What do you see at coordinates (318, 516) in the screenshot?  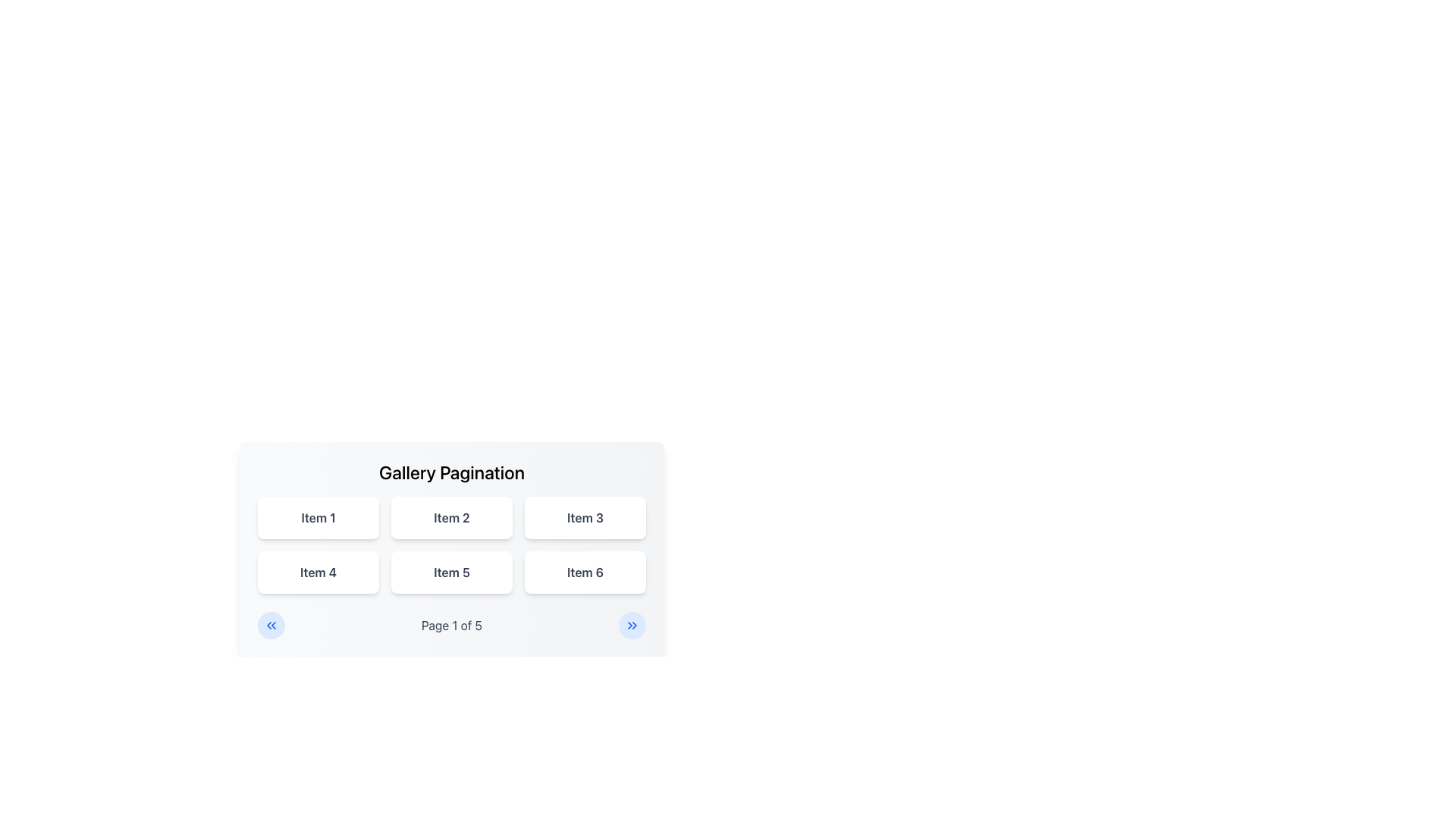 I see `the non-interactive rectangular display card that contains 'Item 1', located in the top-left corner of the grid` at bounding box center [318, 516].